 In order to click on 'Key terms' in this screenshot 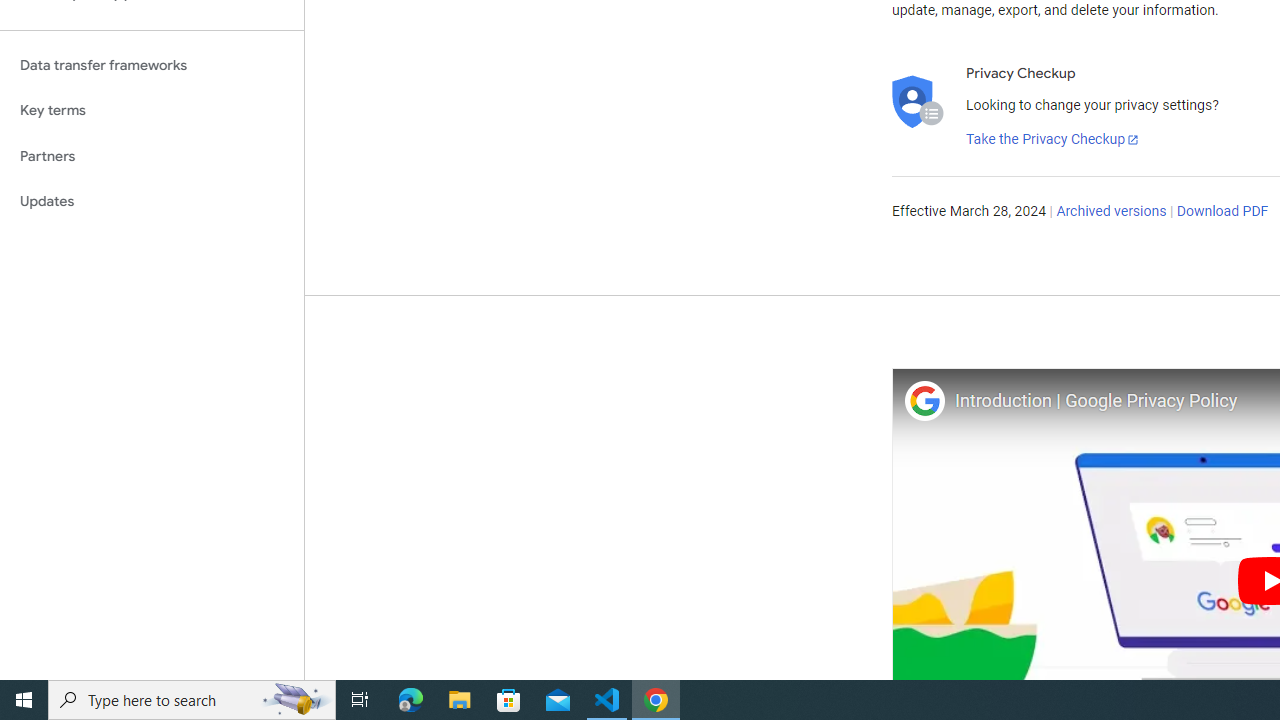, I will do `click(151, 110)`.